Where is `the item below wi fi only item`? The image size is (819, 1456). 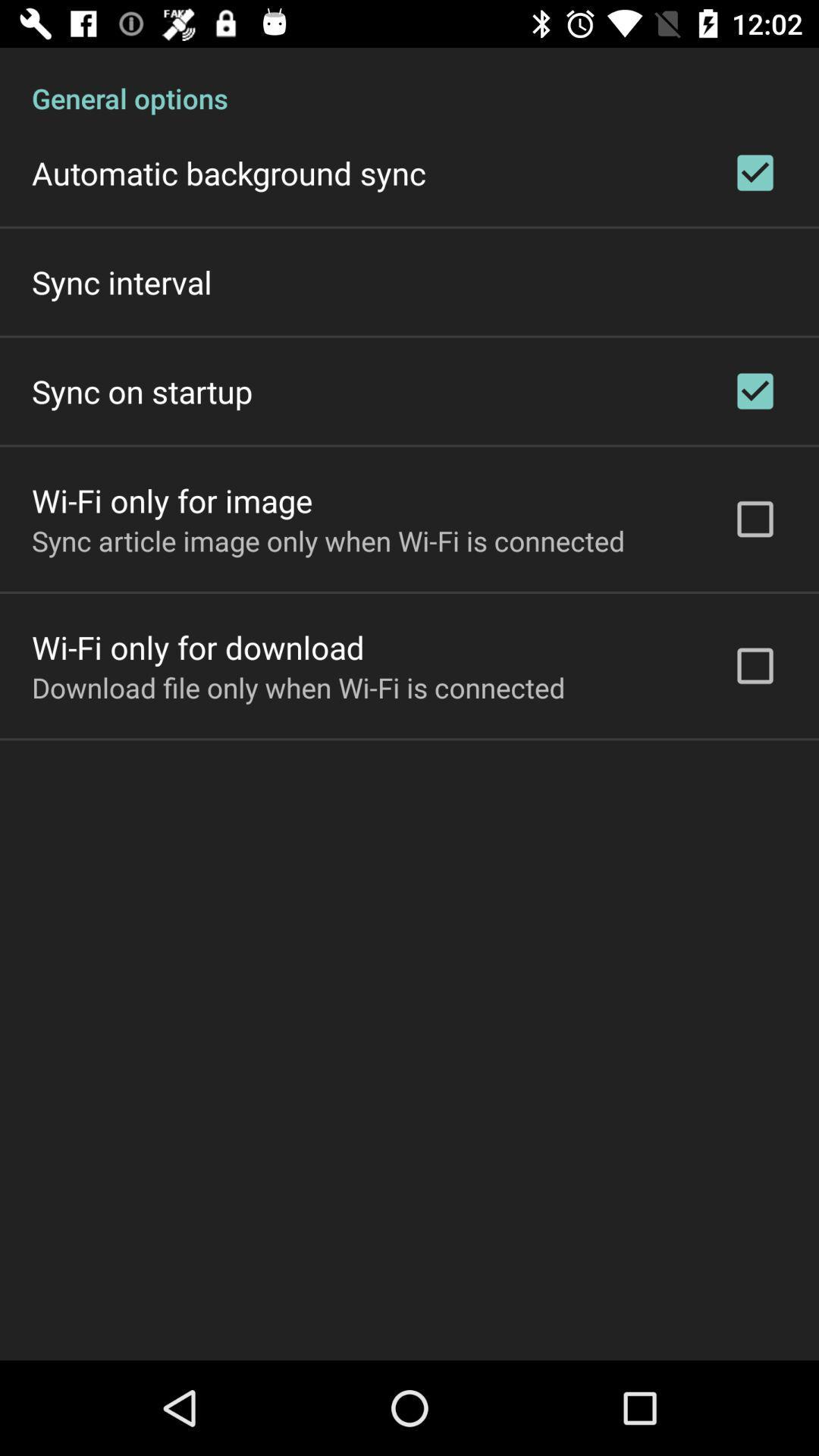 the item below wi fi only item is located at coordinates (328, 541).